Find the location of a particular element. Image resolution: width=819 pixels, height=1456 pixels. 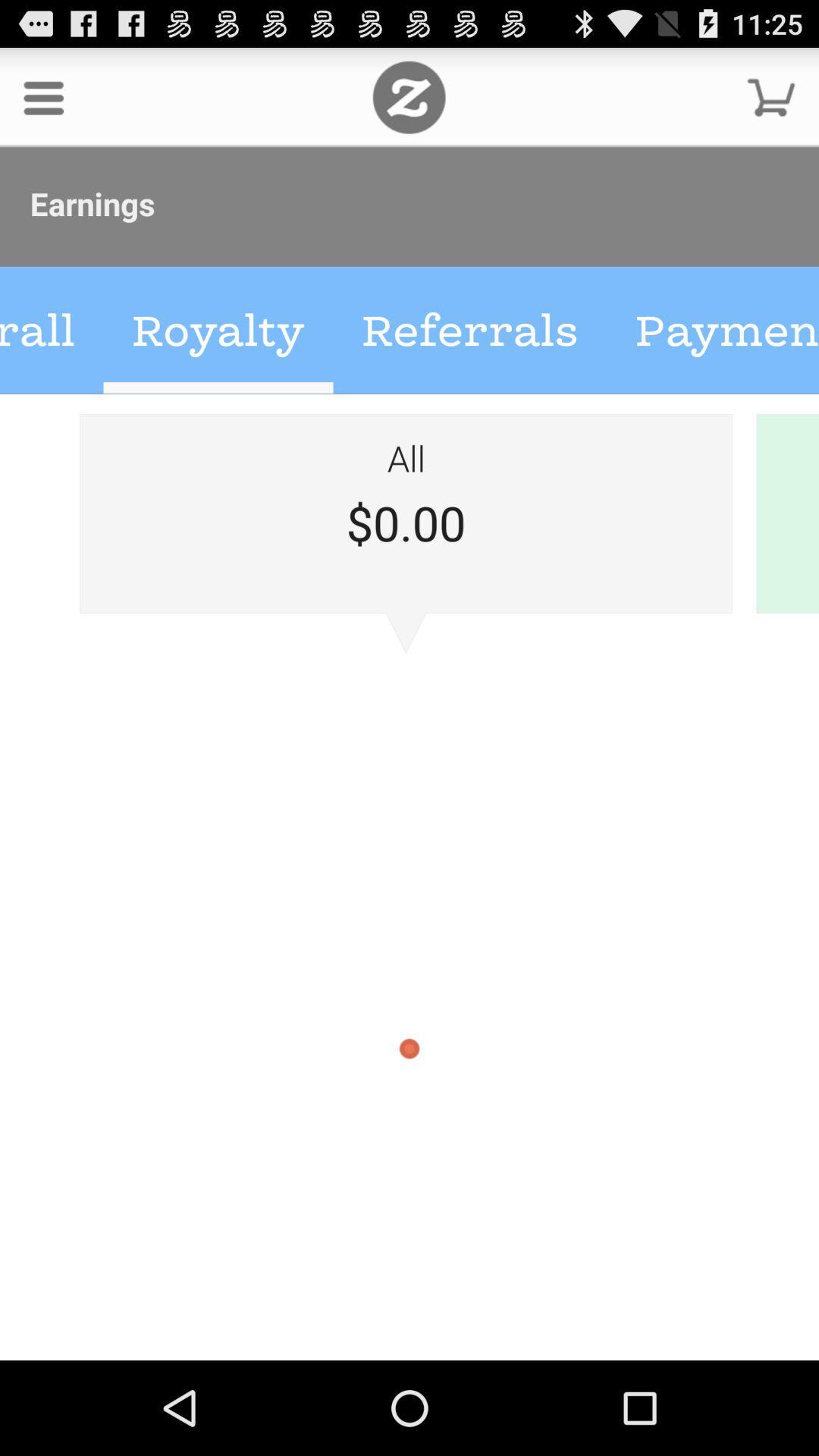

left of referrals is located at coordinates (218, 330).